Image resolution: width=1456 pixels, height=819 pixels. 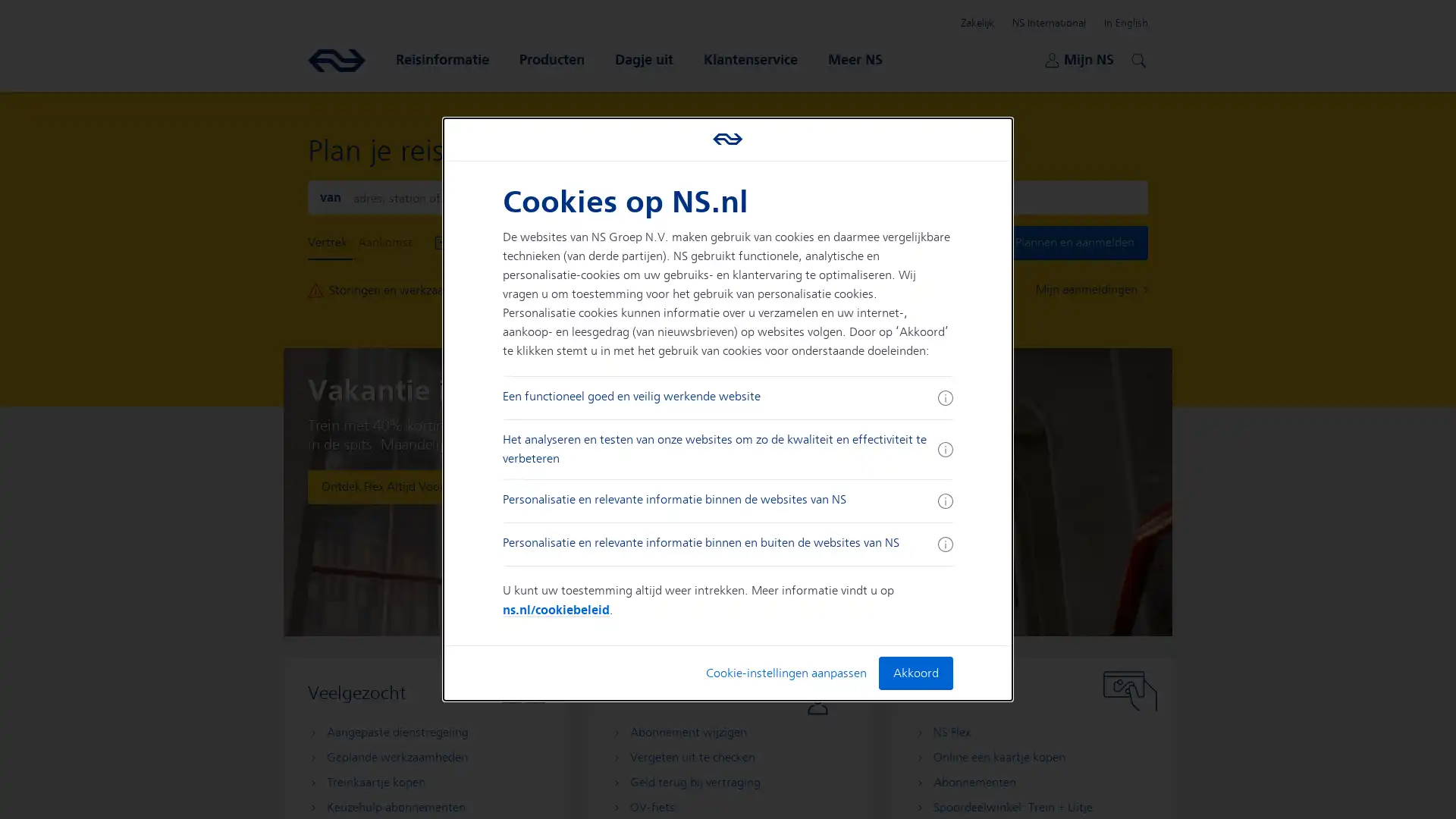 What do you see at coordinates (855, 58) in the screenshot?
I see `Meer NS Open submenu` at bounding box center [855, 58].